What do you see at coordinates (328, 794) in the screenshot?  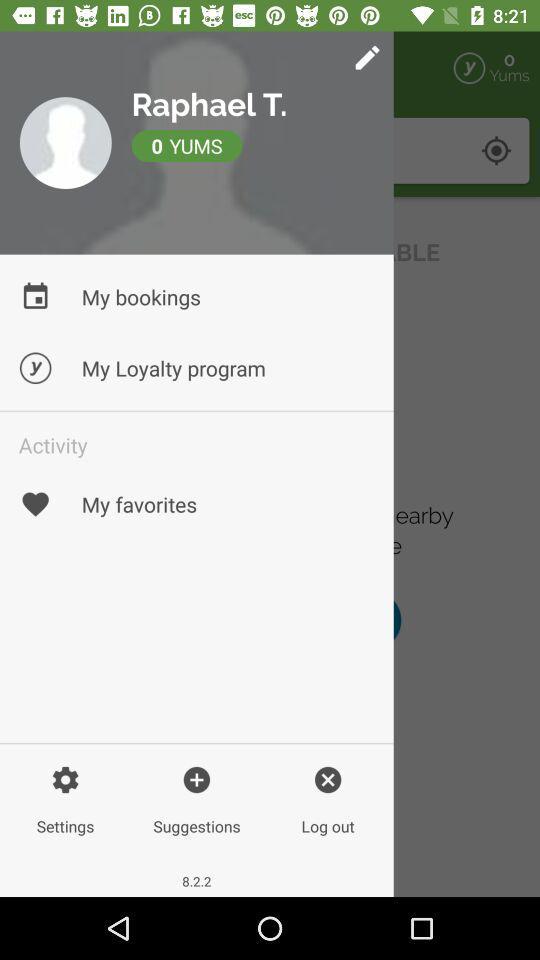 I see `tap the log out icon` at bounding box center [328, 794].